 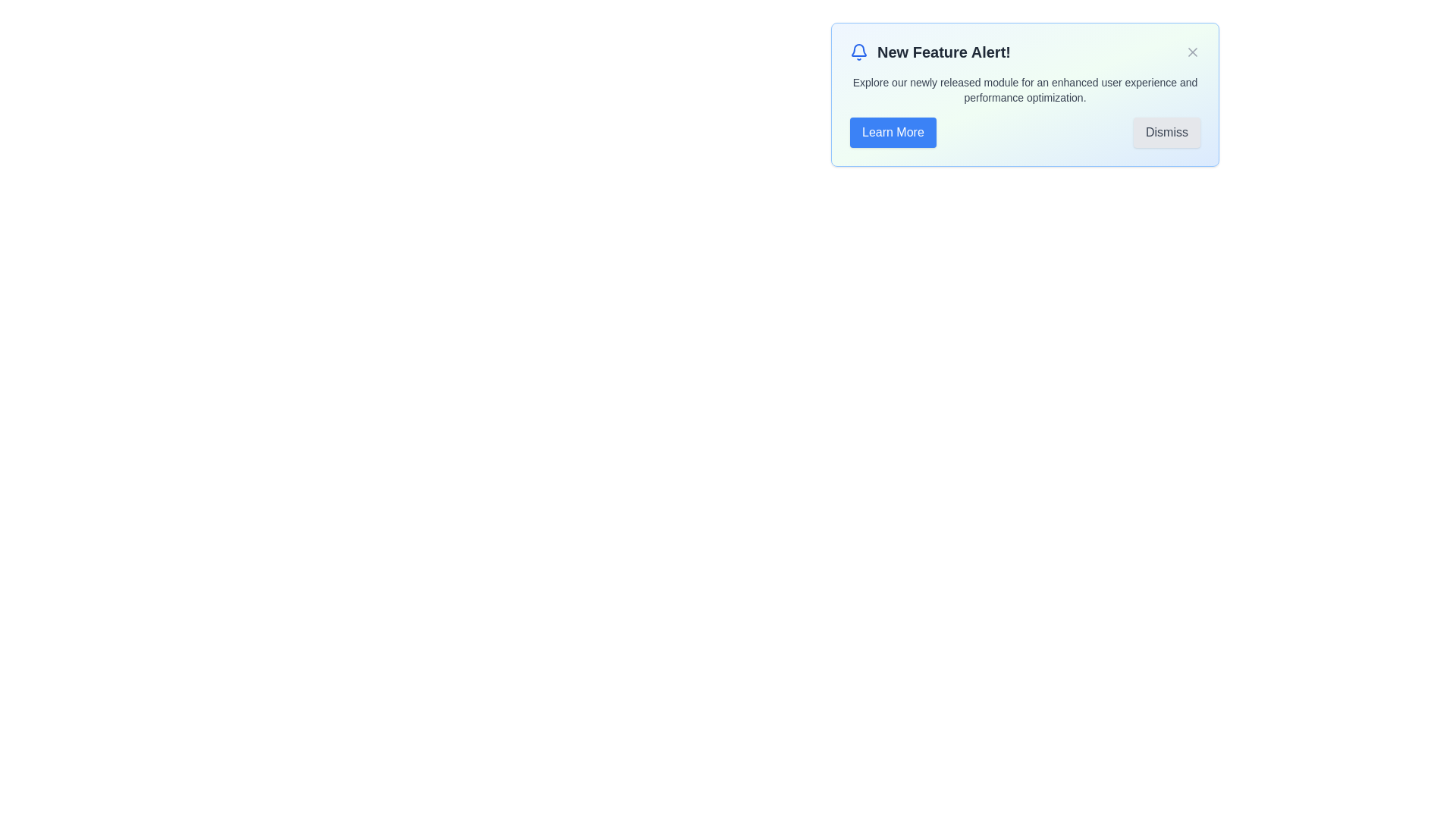 What do you see at coordinates (893, 131) in the screenshot?
I see `the 'Learn More' button to proceed` at bounding box center [893, 131].